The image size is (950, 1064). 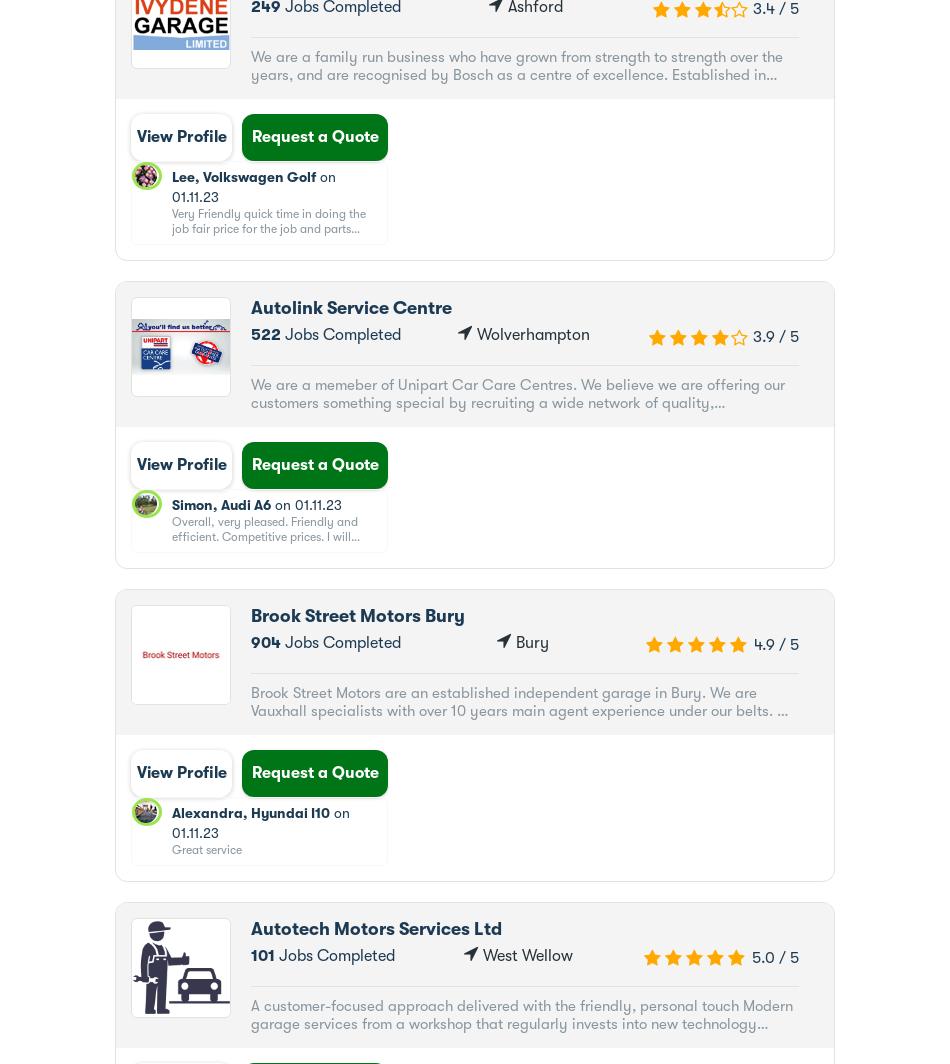 What do you see at coordinates (356, 615) in the screenshot?
I see `'Brook Street Motors Bury'` at bounding box center [356, 615].